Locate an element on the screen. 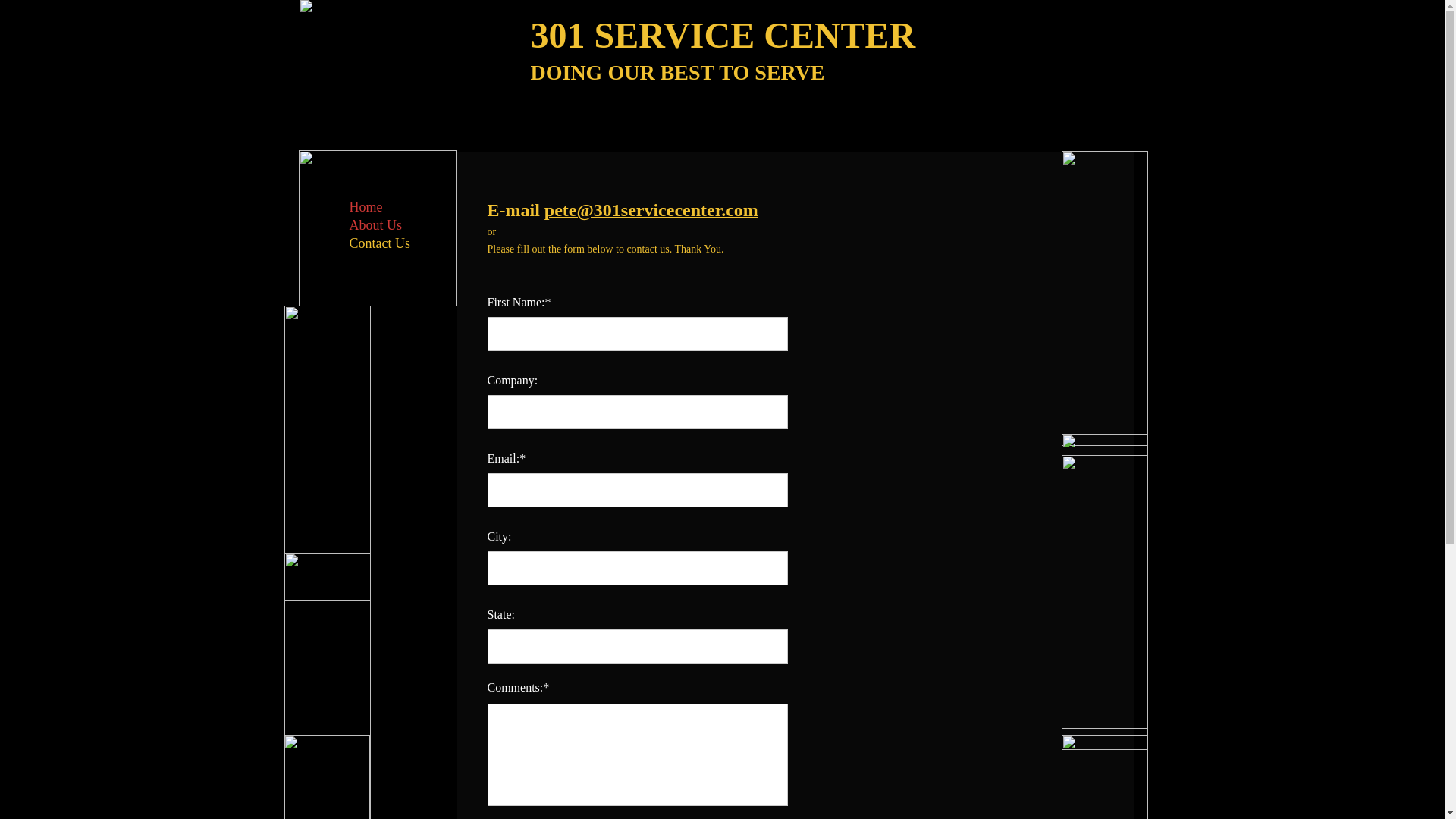  'About Us' is located at coordinates (340, 225).